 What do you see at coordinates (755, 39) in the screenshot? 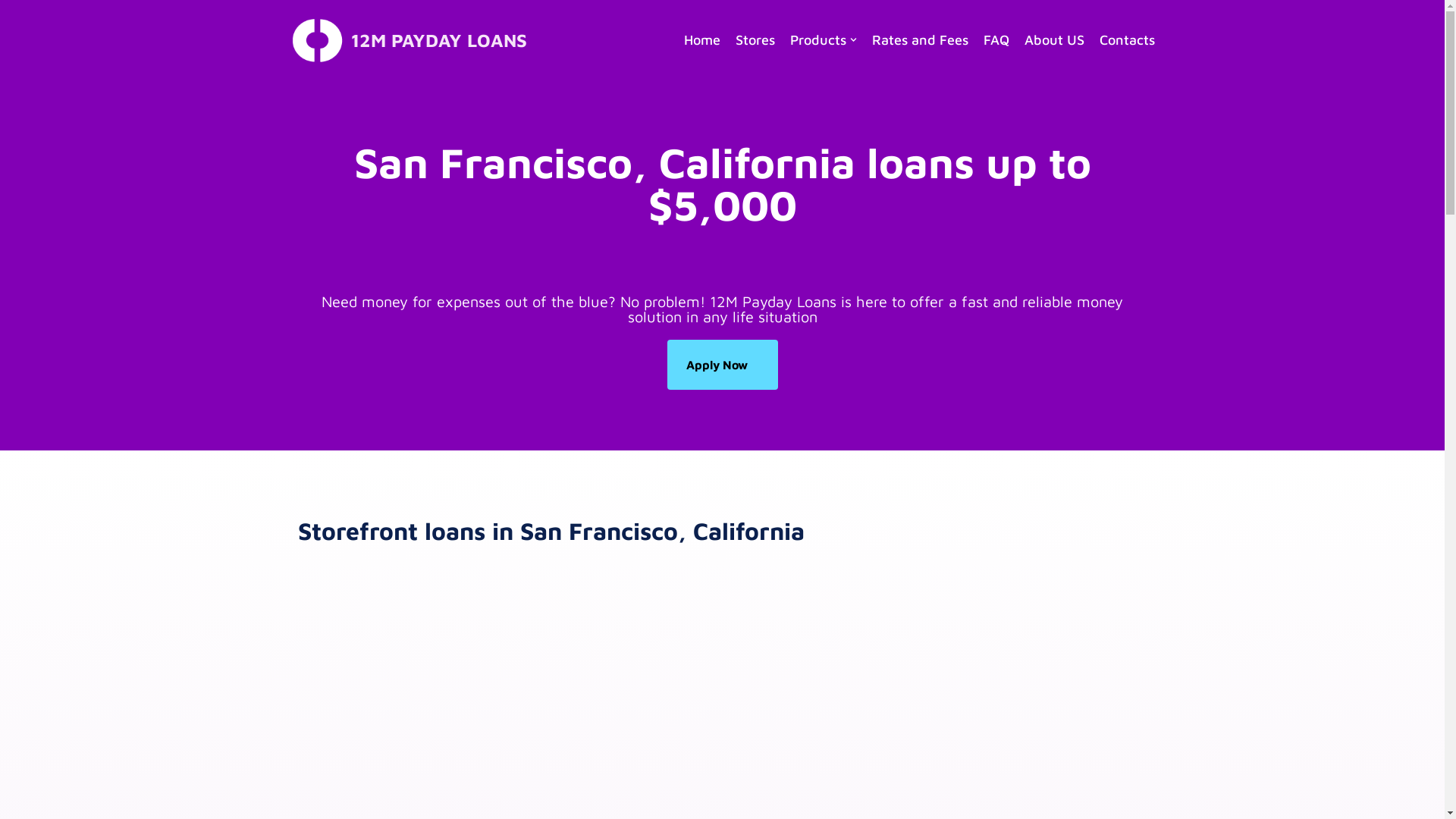
I see `'Stores'` at bounding box center [755, 39].